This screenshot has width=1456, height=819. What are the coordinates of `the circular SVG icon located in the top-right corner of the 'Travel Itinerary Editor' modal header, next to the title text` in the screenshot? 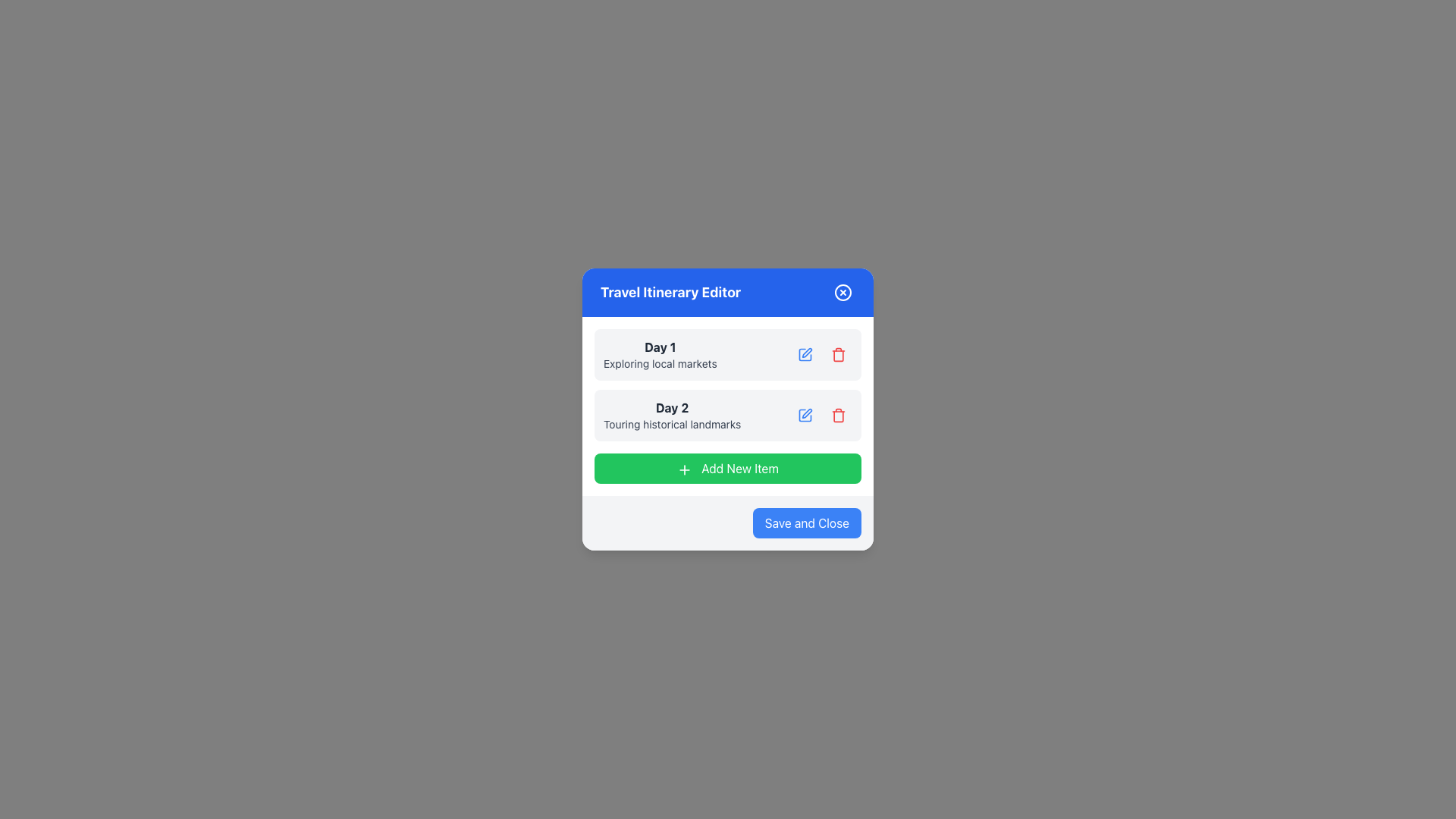 It's located at (843, 292).